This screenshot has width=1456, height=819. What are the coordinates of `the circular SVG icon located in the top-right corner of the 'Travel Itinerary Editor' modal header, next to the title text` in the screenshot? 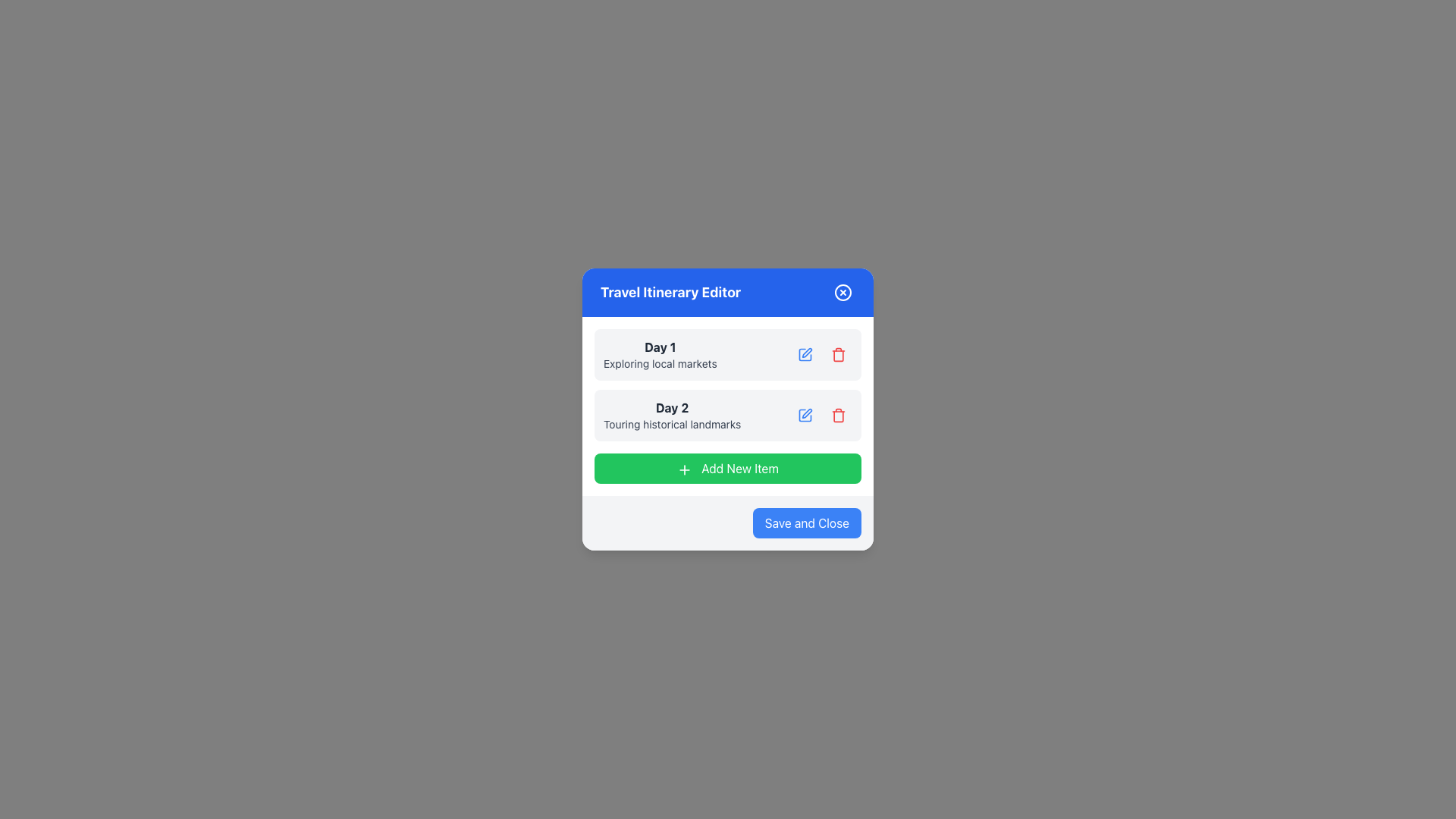 It's located at (843, 292).